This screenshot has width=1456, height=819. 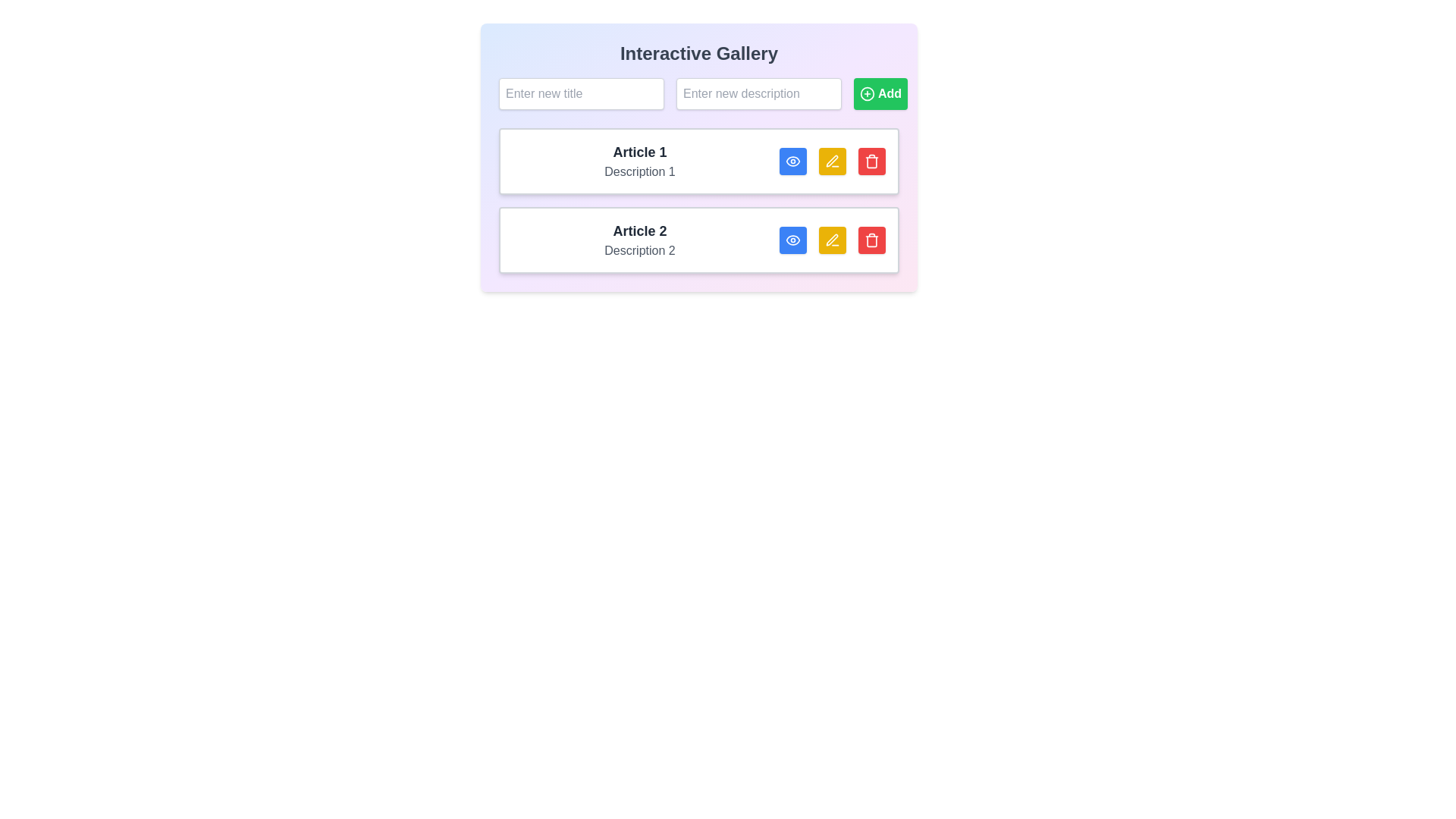 What do you see at coordinates (832, 161) in the screenshot?
I see `the pen icon button with a yellow background to initiate editing for 'Article 1'` at bounding box center [832, 161].